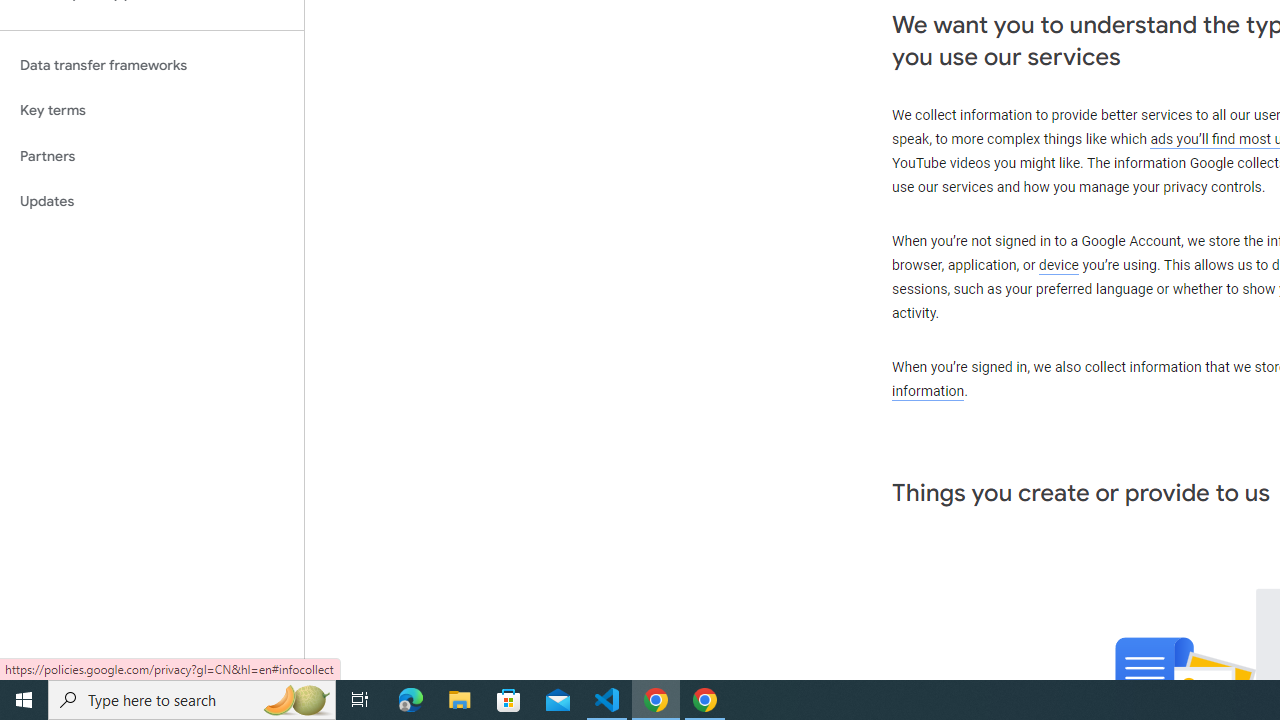 This screenshot has height=720, width=1280. What do you see at coordinates (151, 110) in the screenshot?
I see `'Key terms'` at bounding box center [151, 110].